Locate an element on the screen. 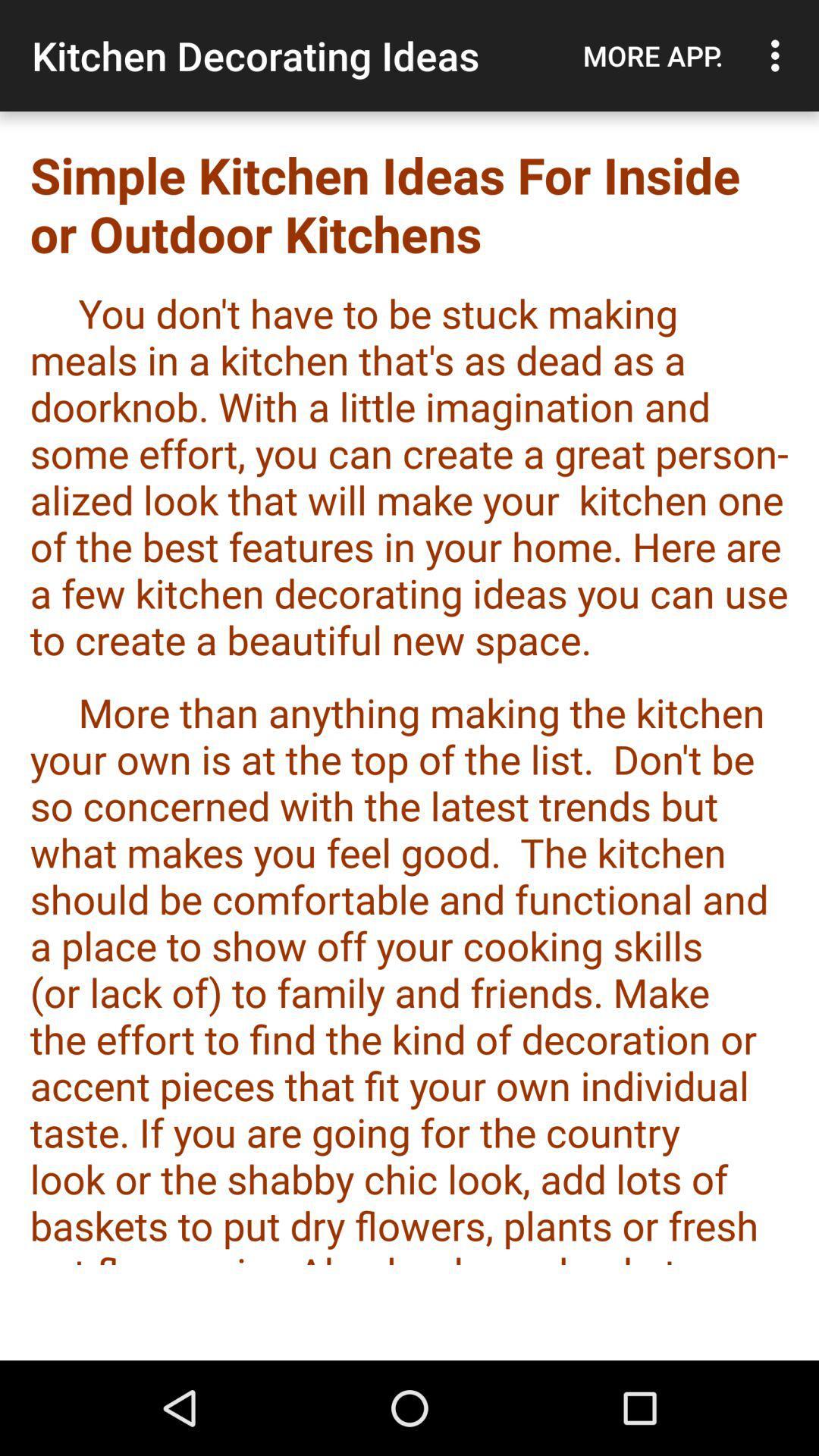 The image size is (819, 1456). the icon to the right of the kitchen decorating ideas item is located at coordinates (652, 55).